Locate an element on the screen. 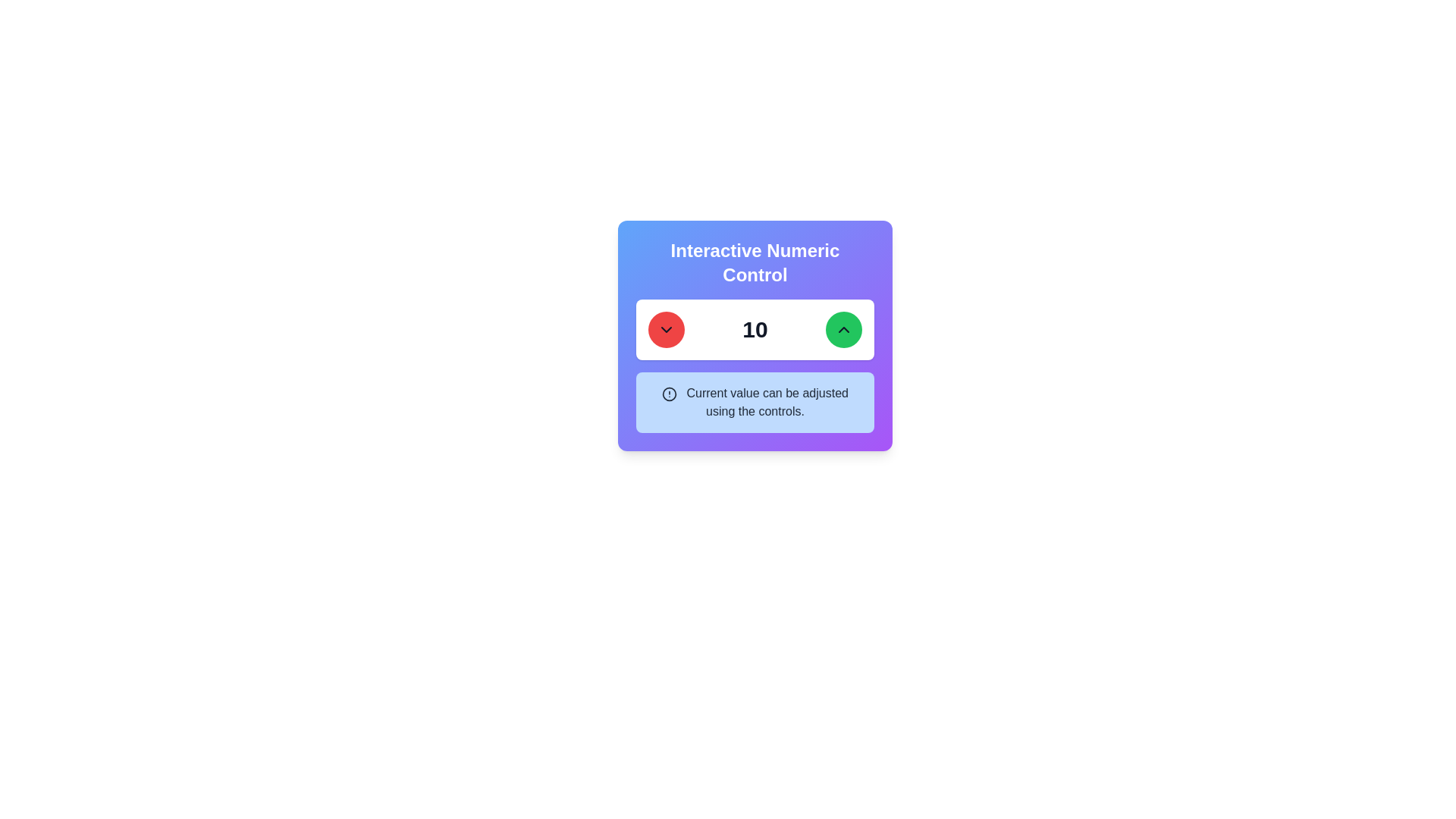  the bold numeric text '10' which is centrally aligned within a white rectangular background in the control interface is located at coordinates (755, 329).